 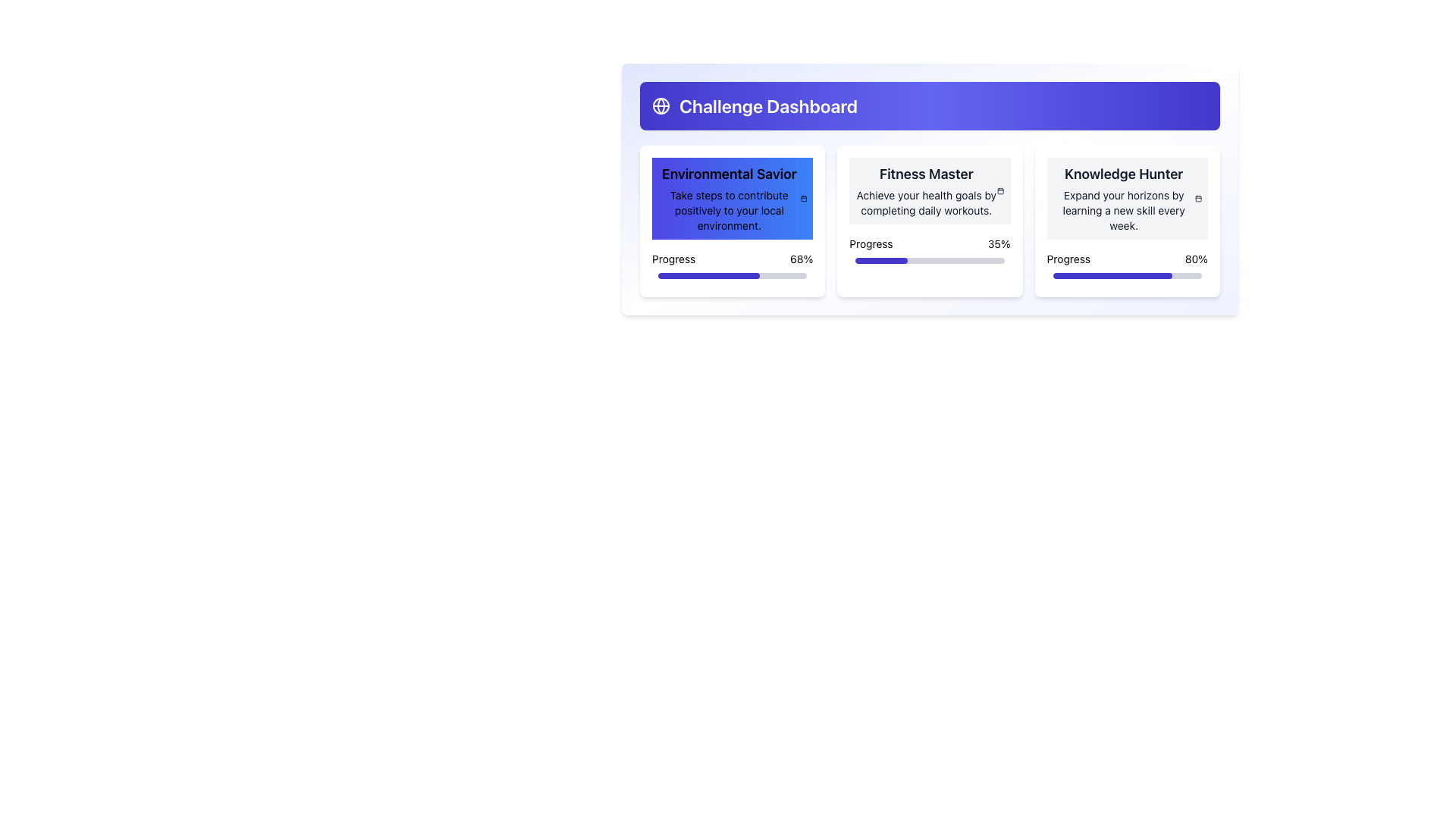 I want to click on the 'Knowledge Hunter' card, which has a white background, rounded corners, and a progress section showing '80%' filled in blue, so click(x=1127, y=221).